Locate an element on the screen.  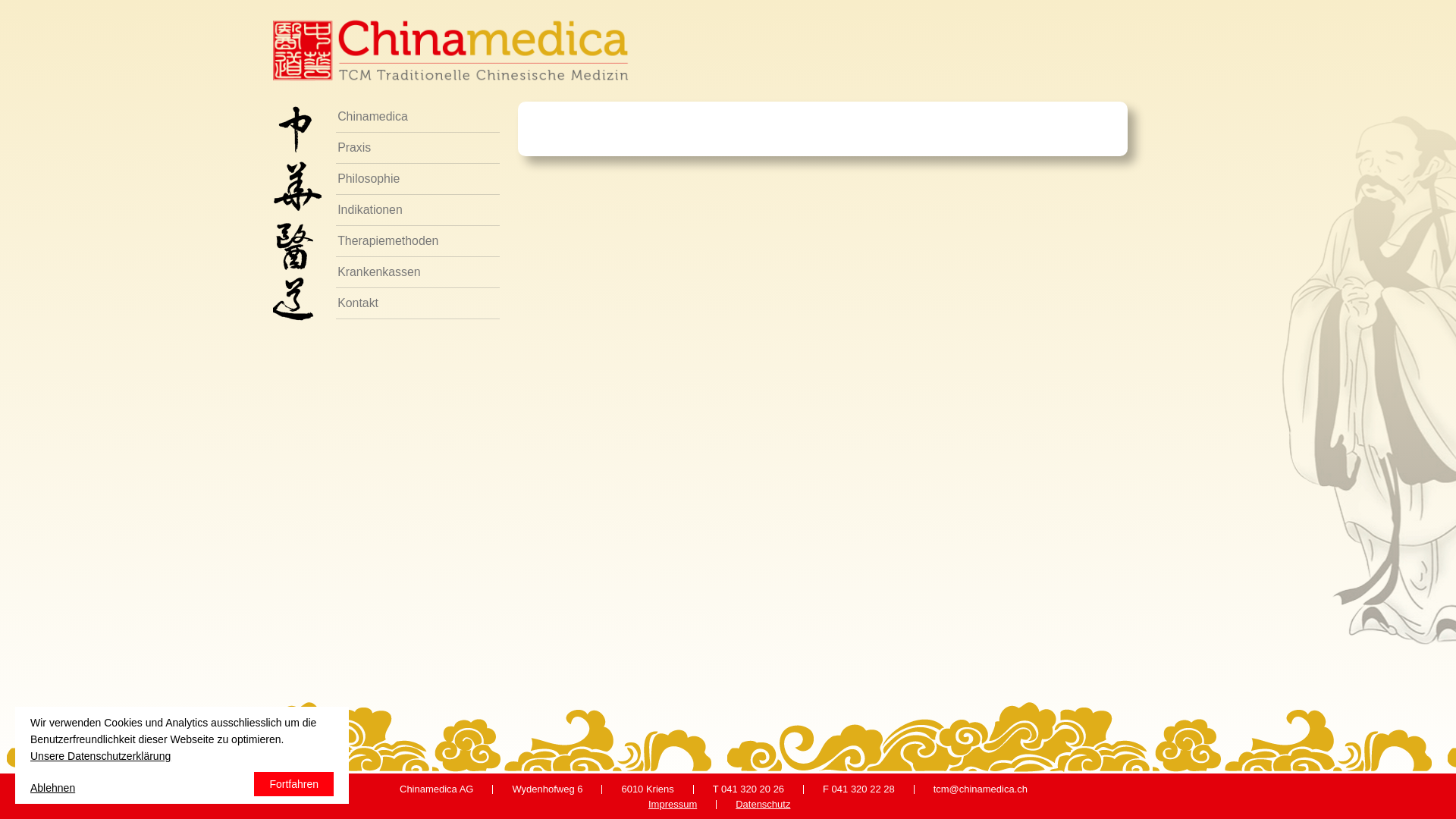
'Impressum' is located at coordinates (672, 803).